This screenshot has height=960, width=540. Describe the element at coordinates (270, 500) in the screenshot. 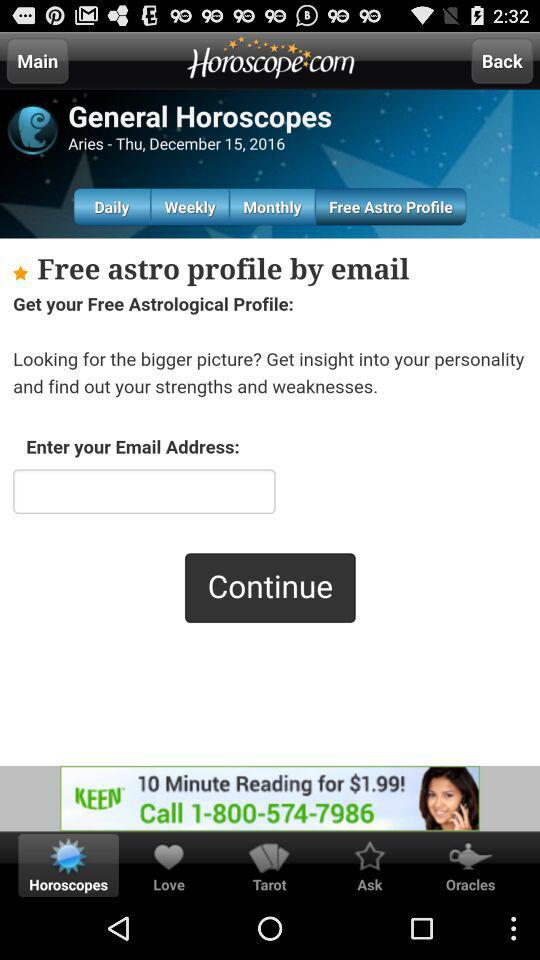

I see `email address` at that location.